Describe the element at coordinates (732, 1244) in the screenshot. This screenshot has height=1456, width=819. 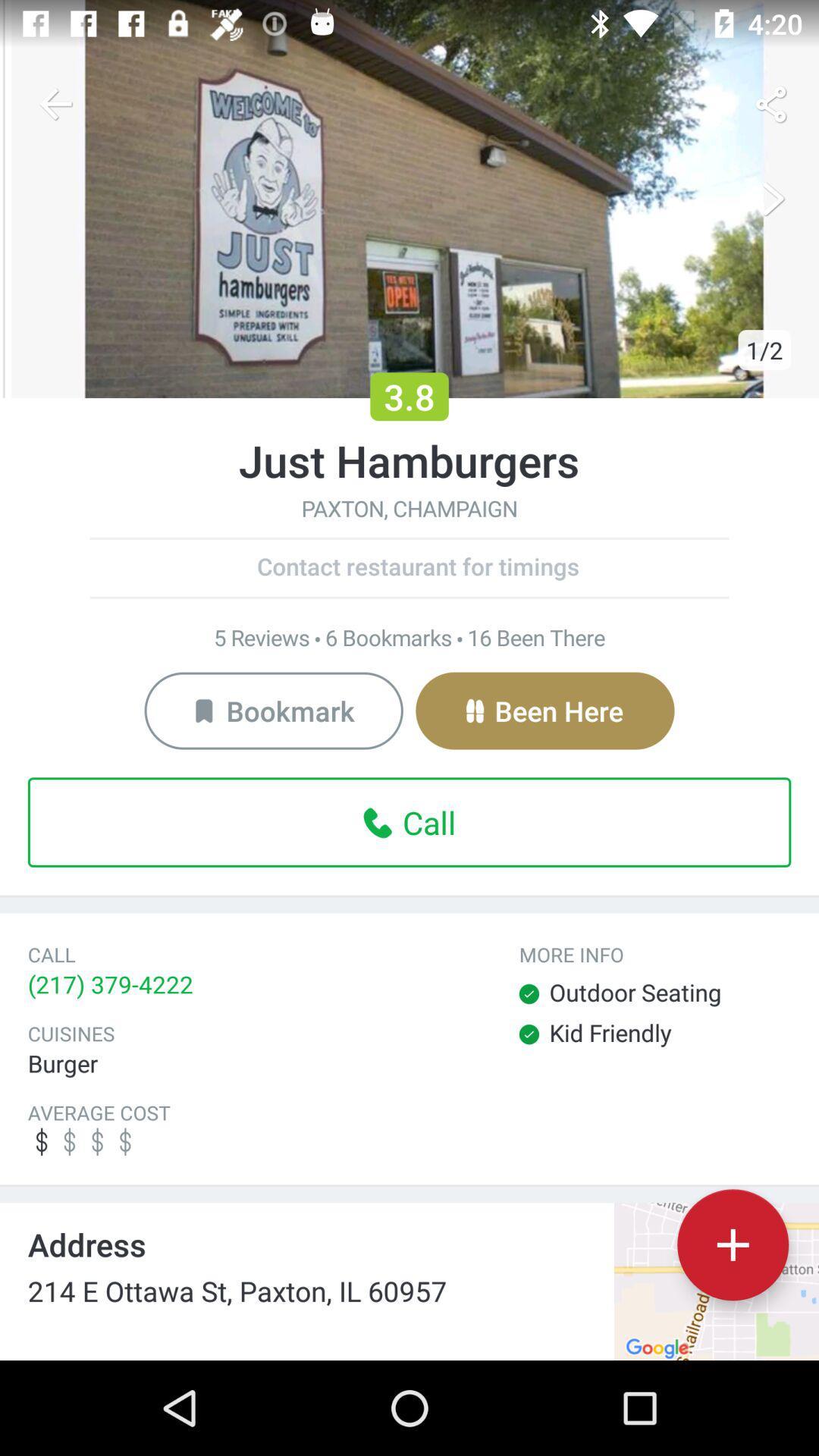
I see `the add icon` at that location.